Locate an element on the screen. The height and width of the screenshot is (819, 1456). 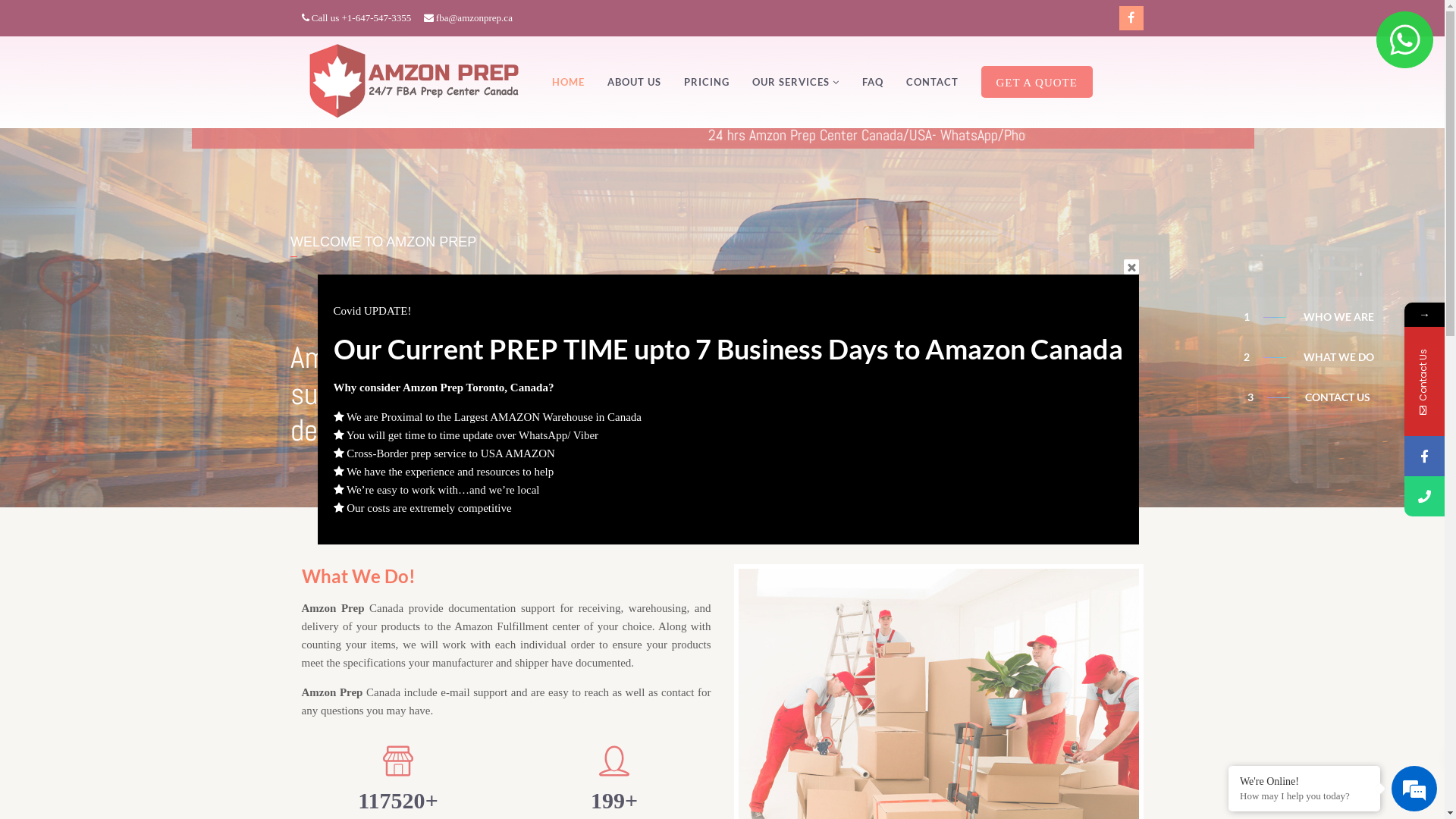
'ABOUT US' is located at coordinates (607, 82).